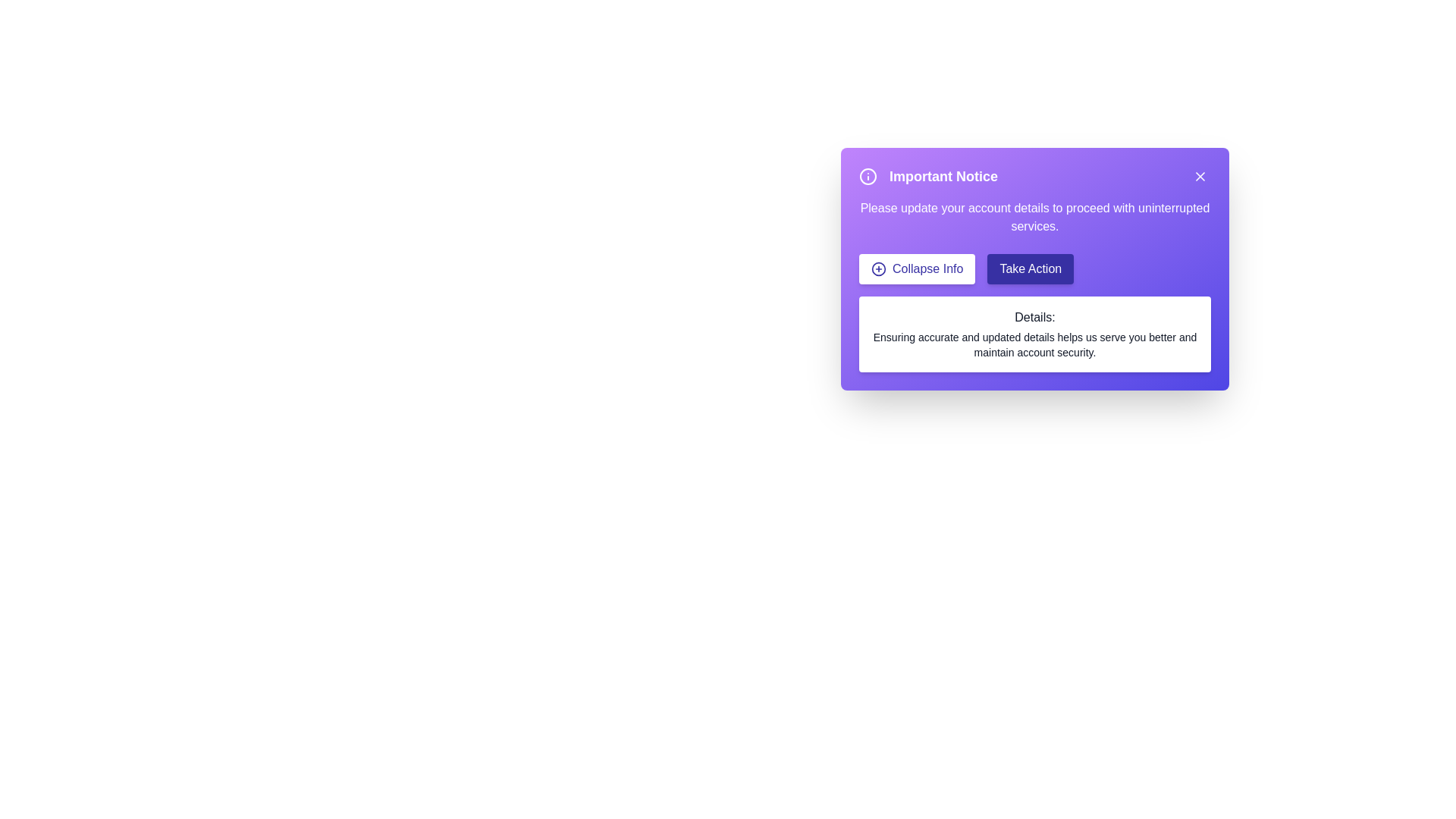 This screenshot has width=1456, height=819. I want to click on the 'Take Action' button to trigger its functionality, so click(1031, 268).